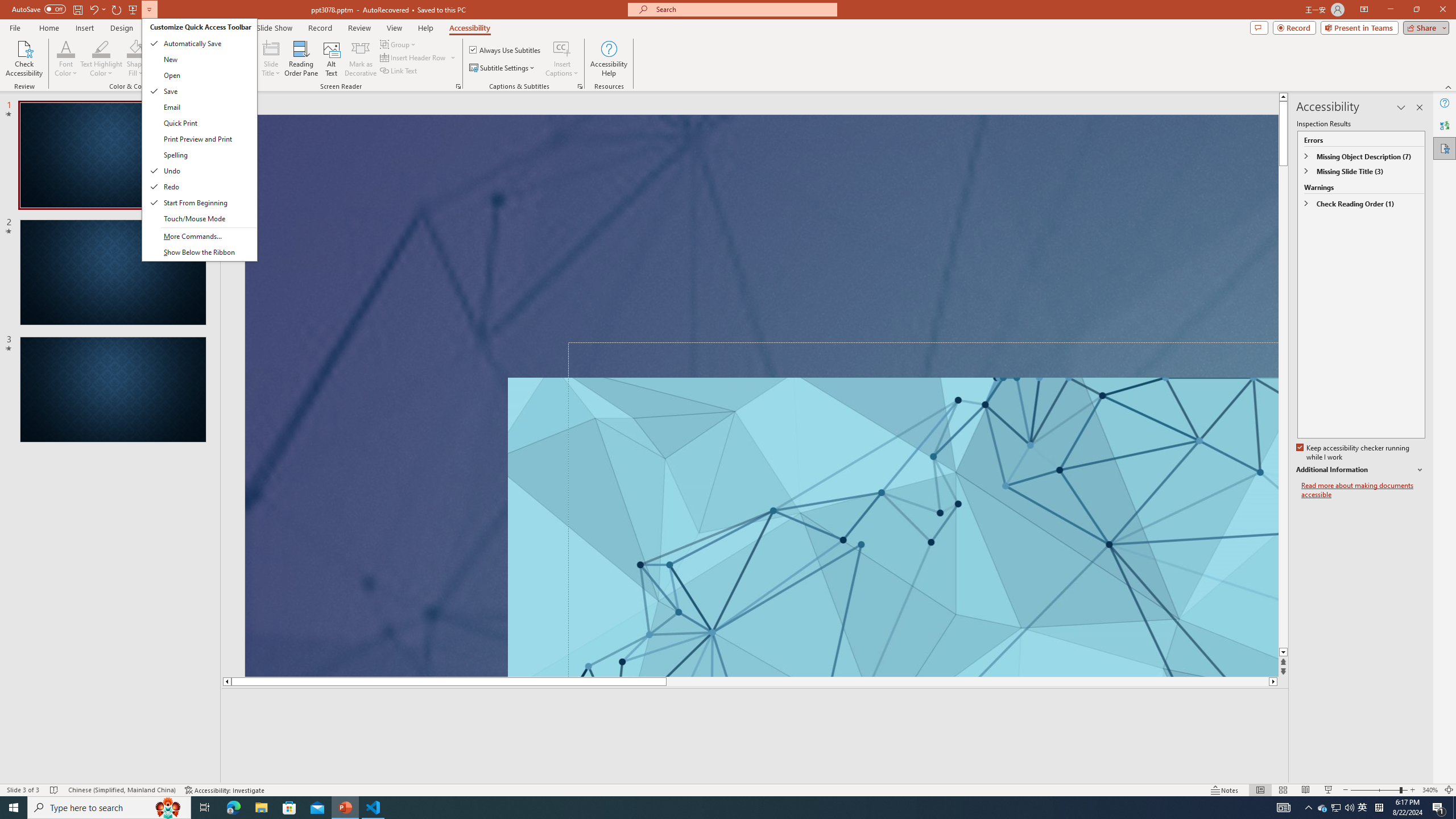 The height and width of the screenshot is (819, 1456). I want to click on 'Slide Title', so click(271, 48).